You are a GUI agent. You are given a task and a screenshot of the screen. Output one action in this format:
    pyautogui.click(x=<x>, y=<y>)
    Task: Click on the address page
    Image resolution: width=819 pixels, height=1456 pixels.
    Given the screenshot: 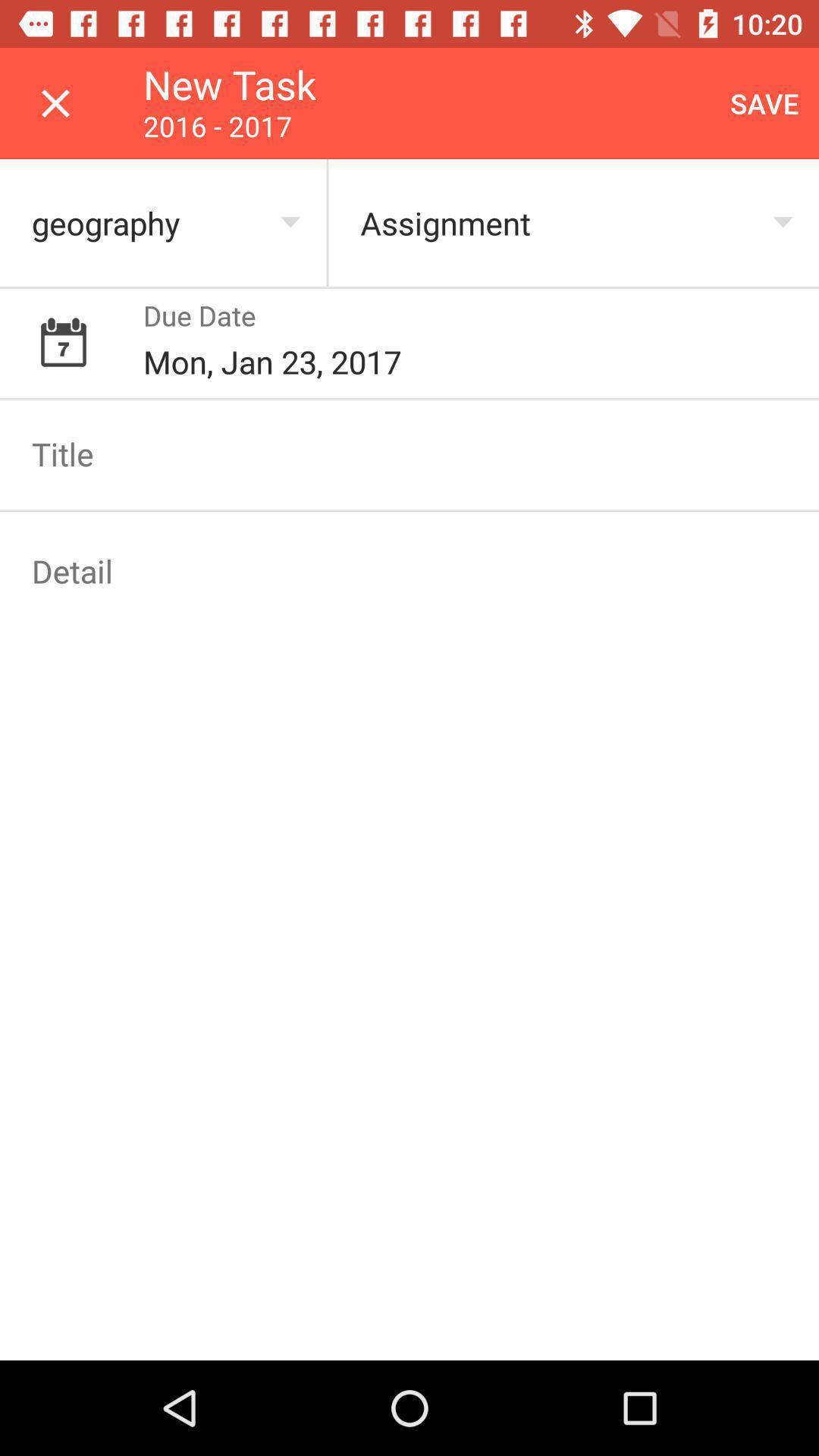 What is the action you would take?
    pyautogui.click(x=409, y=570)
    